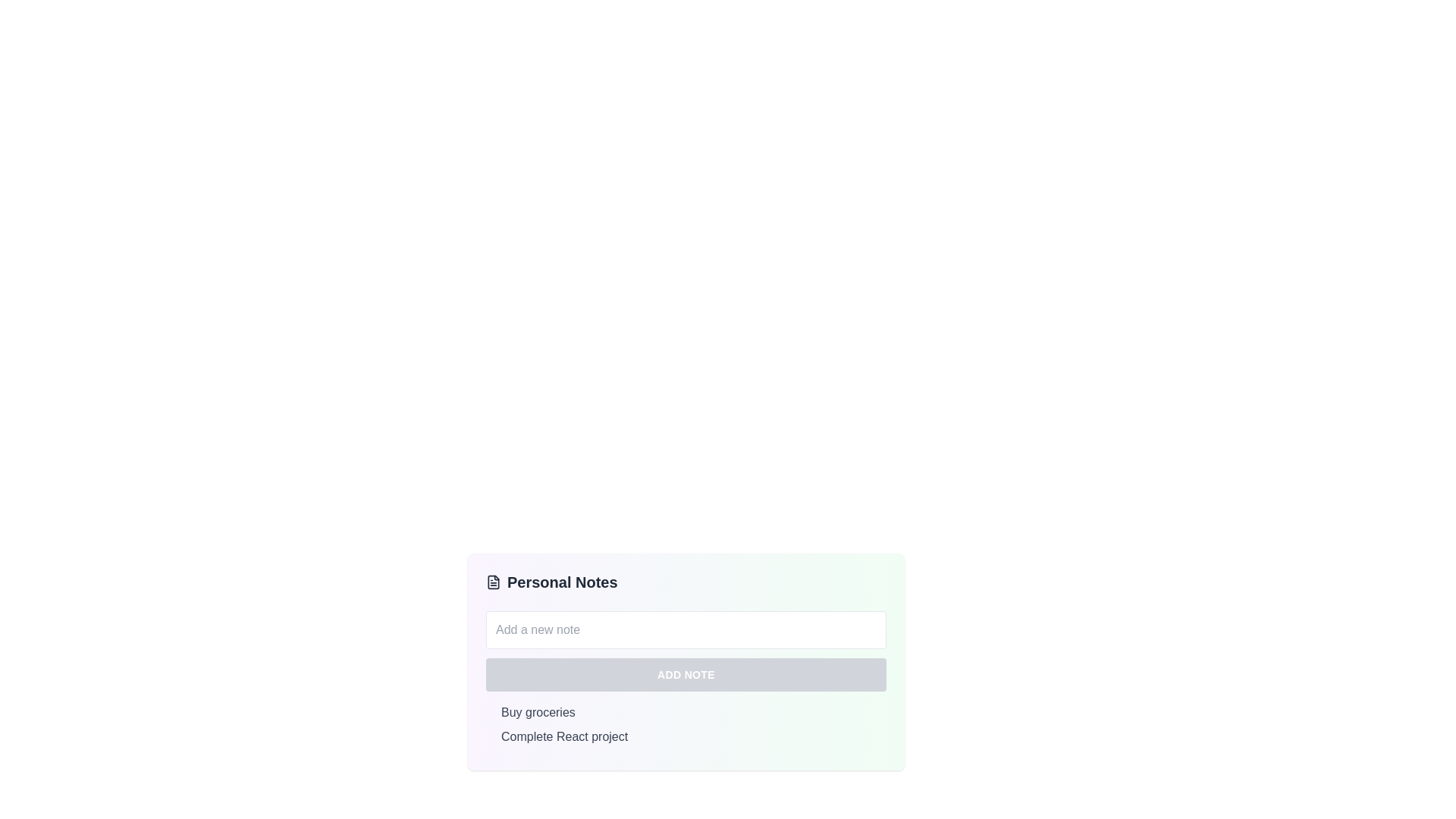 This screenshot has height=819, width=1456. I want to click on the bulleted list containing 'Buy groceries' and 'Complete React project' below the 'Add Note' button in the 'Personal Notes' section, so click(686, 724).